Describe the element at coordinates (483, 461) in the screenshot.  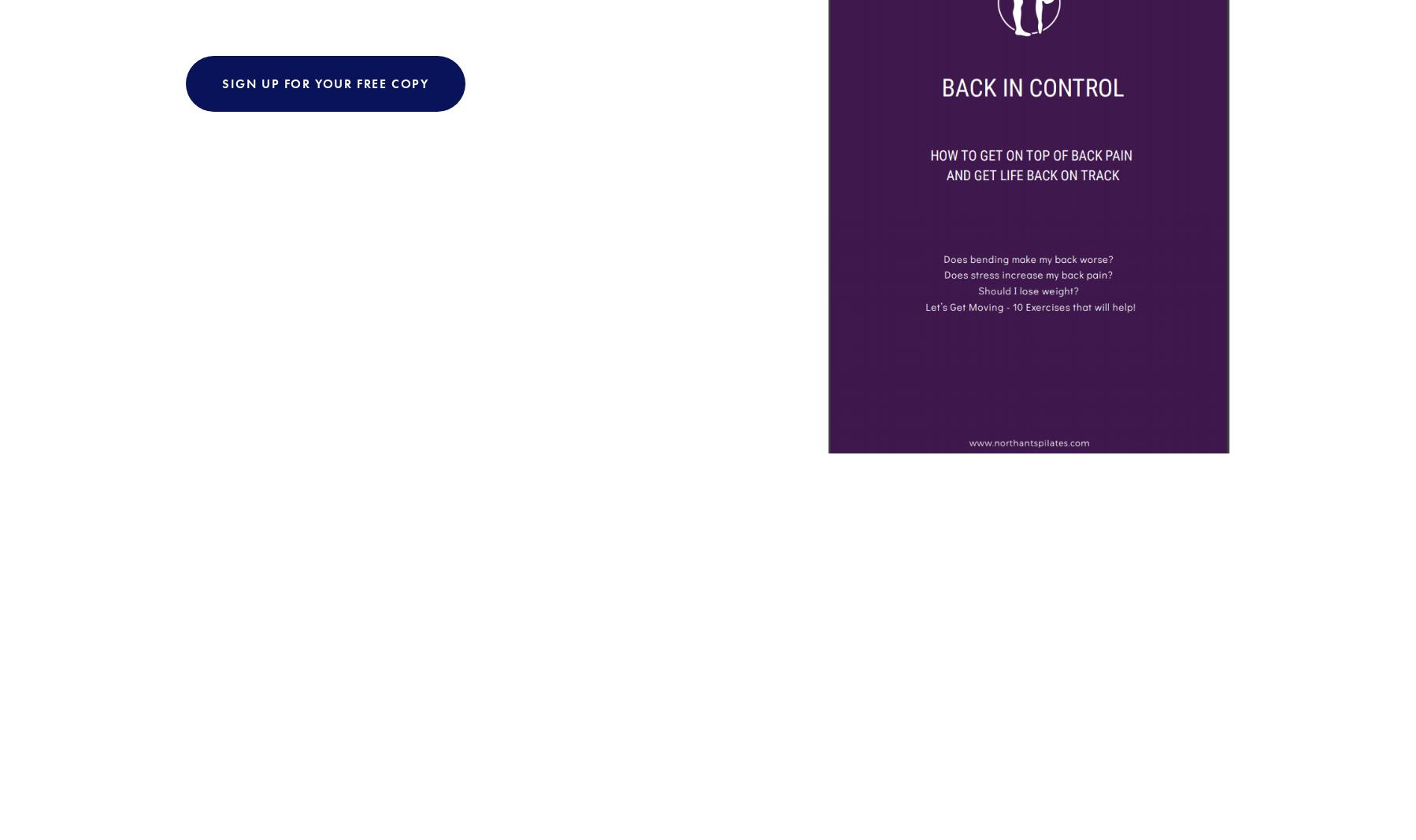
I see `'All this knowledge and the workout are available for free. If you sign up to our newsletter, we will send you your own copy of the Back In Control guide.'` at that location.